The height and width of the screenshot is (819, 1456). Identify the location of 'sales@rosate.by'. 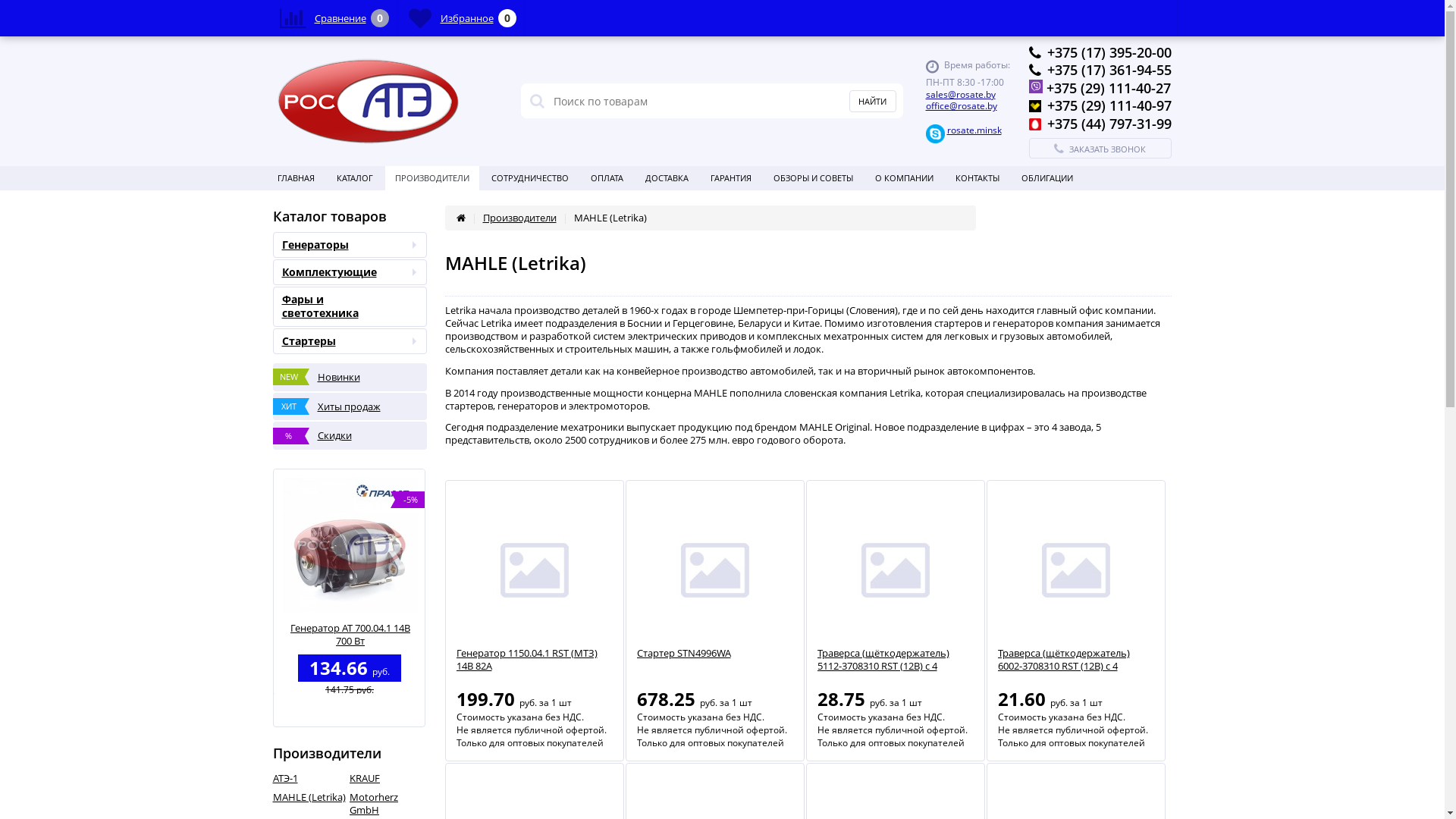
(924, 94).